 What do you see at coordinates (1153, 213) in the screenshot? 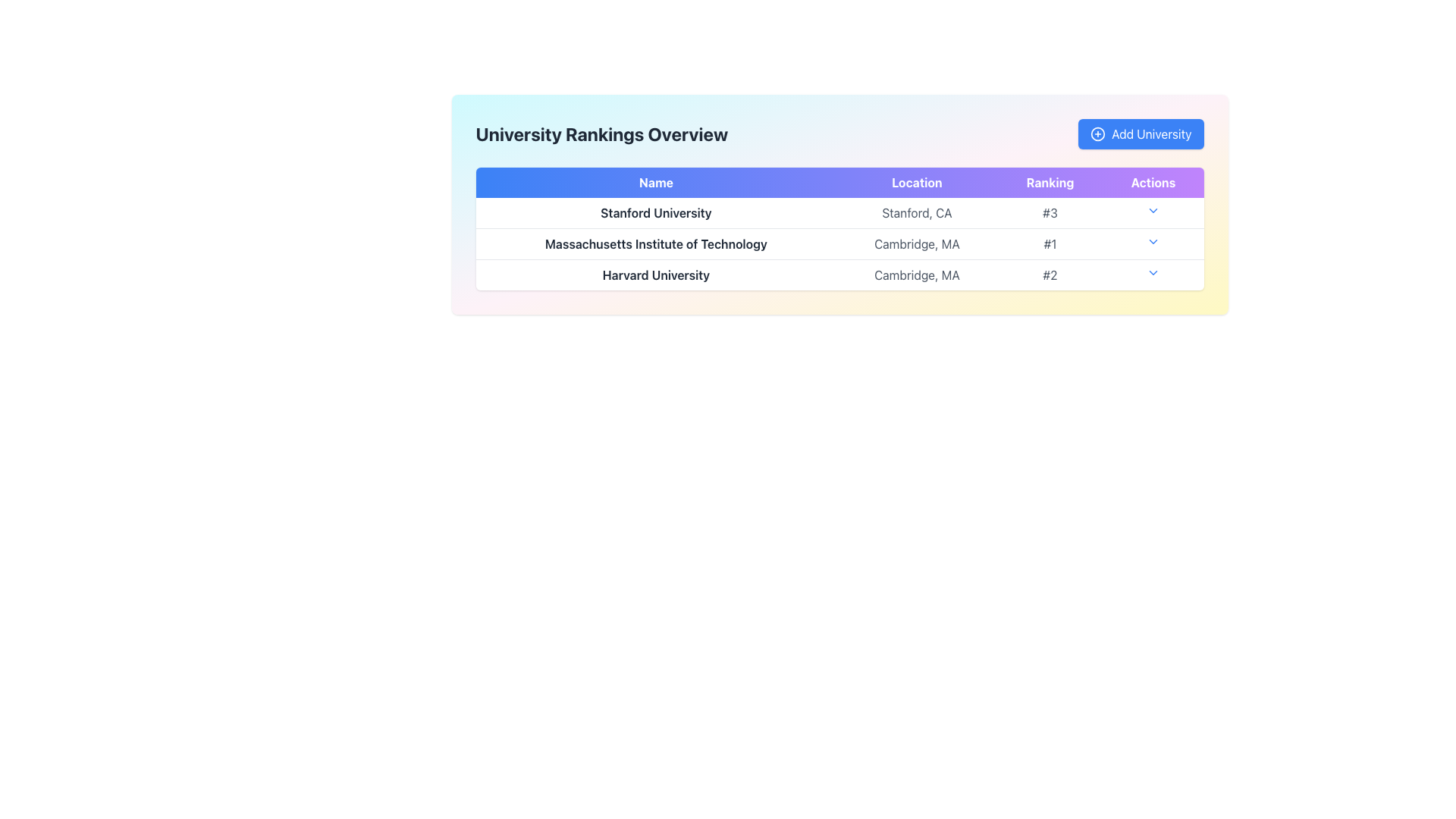
I see `the dropdown toggle button located in the 'Actions' column of the row for 'Stanford University'` at bounding box center [1153, 213].